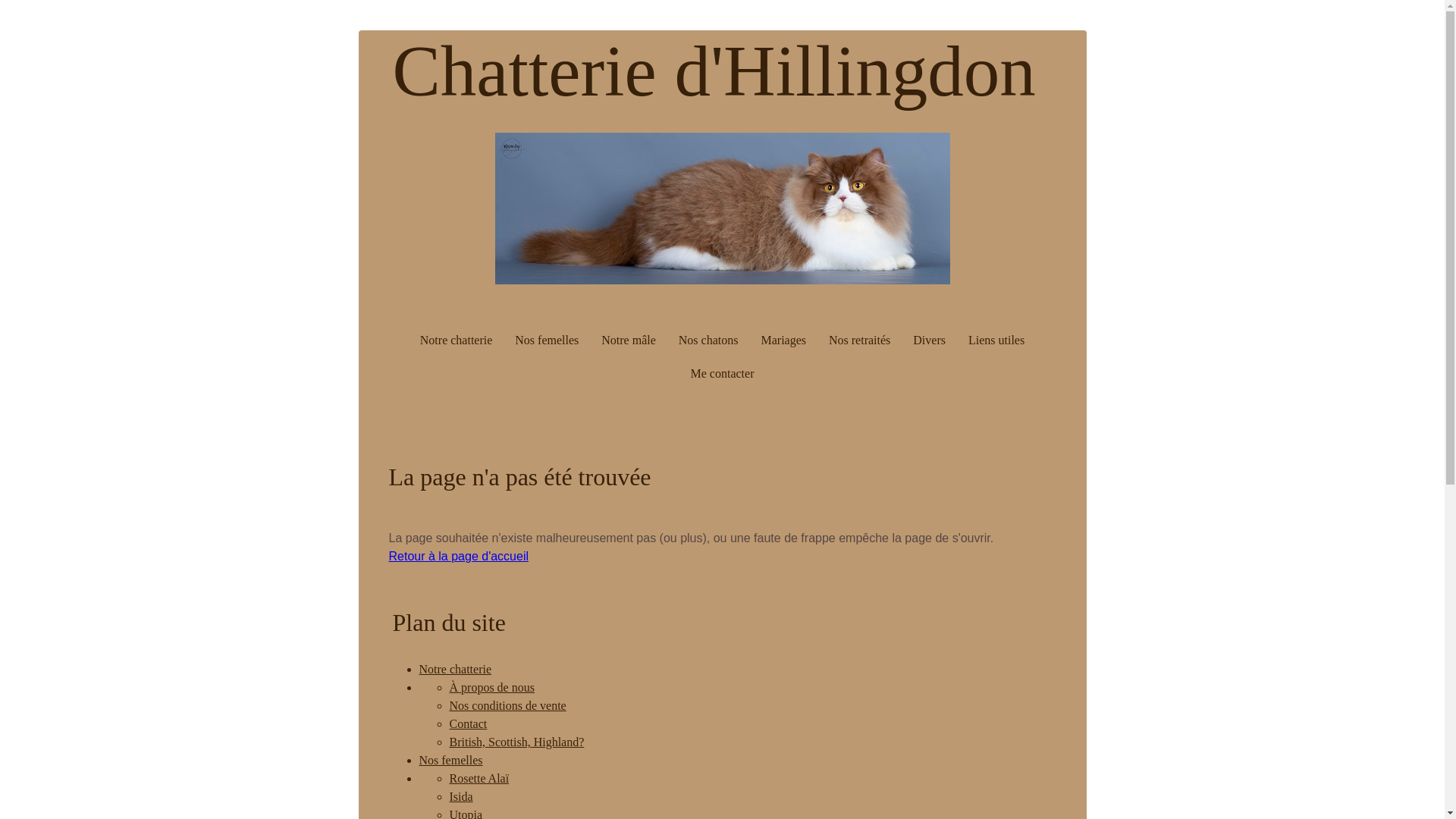  Describe the element at coordinates (928, 339) in the screenshot. I see `'Divers'` at that location.